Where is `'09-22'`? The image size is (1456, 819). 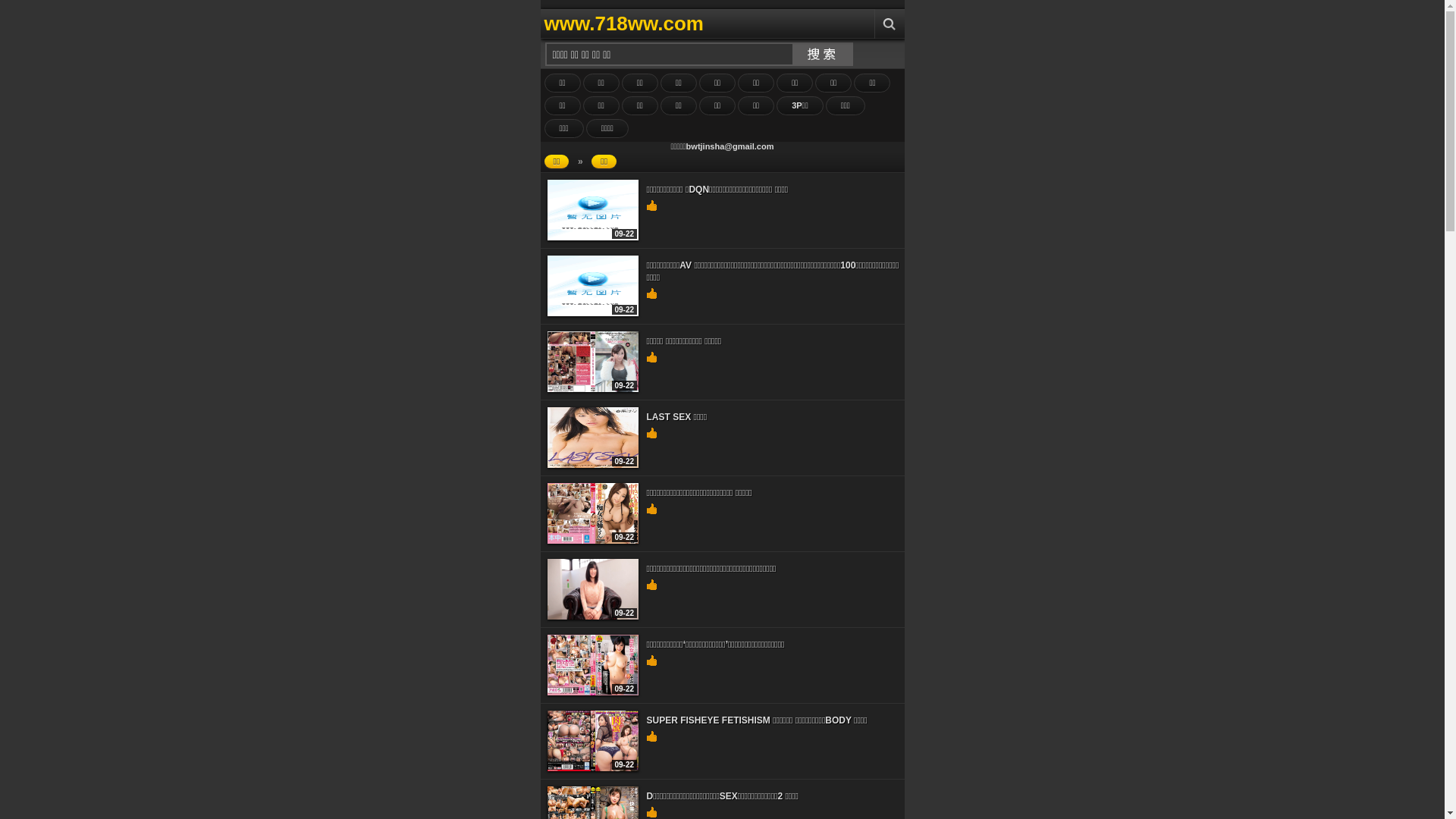
'09-22' is located at coordinates (592, 312).